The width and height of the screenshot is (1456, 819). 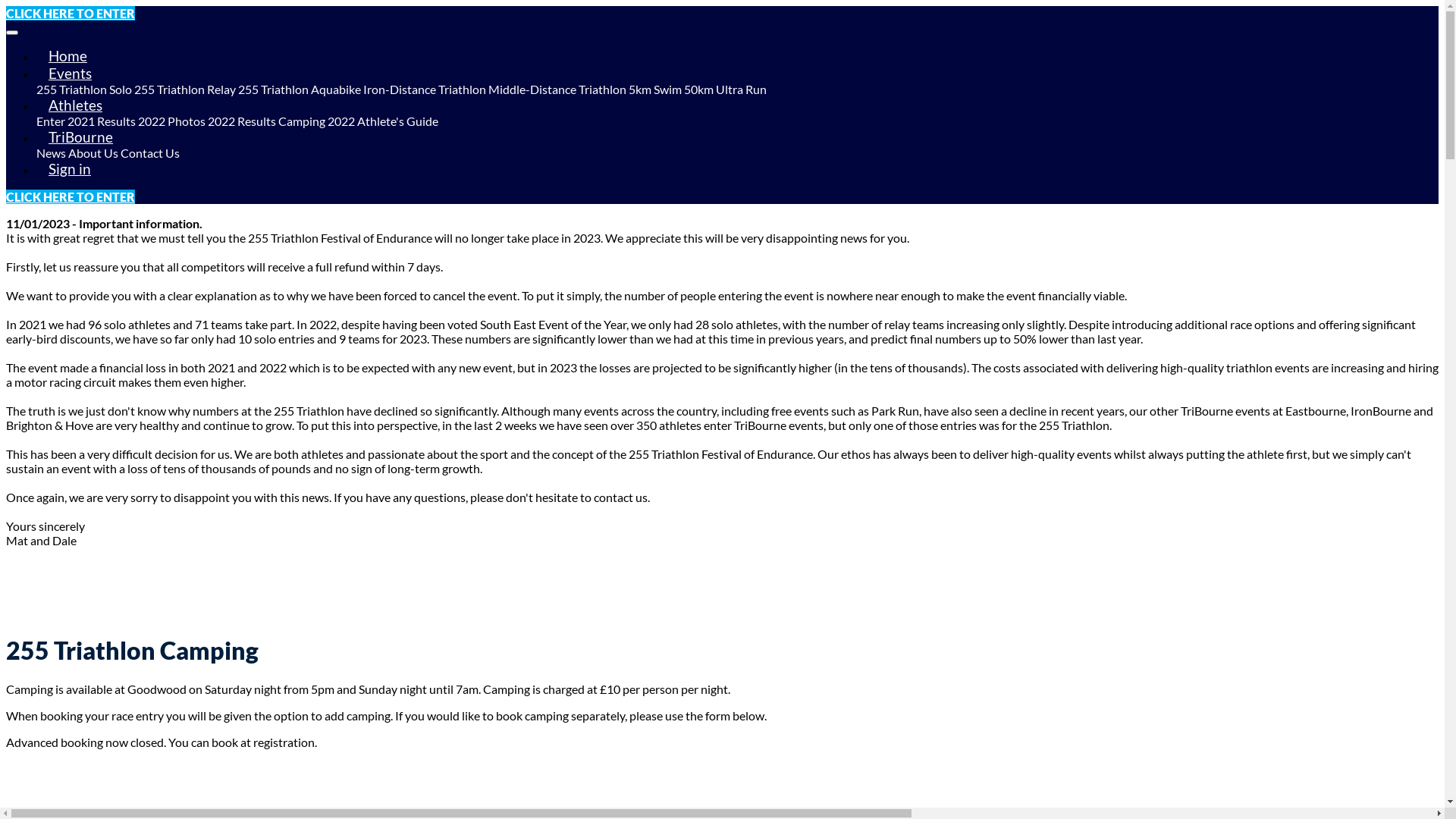 I want to click on 'Middle-Distance Triathlon', so click(x=556, y=89).